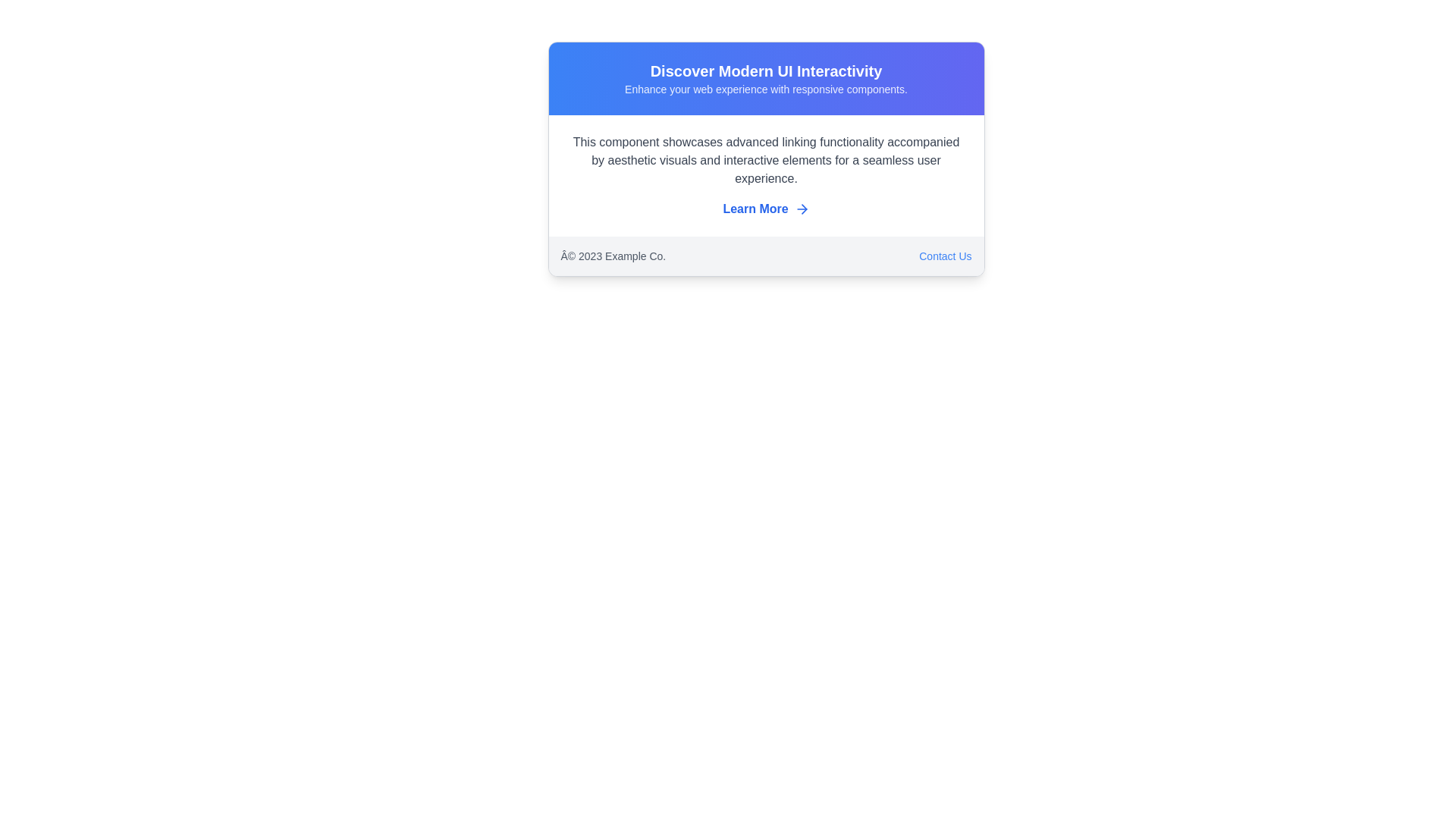 The image size is (1456, 819). Describe the element at coordinates (766, 79) in the screenshot. I see `the Informational banner titled 'Discover Modern UI Interactivity' which is located at the top of the section, characterized by its gradient background and centrally aligned white text` at that location.